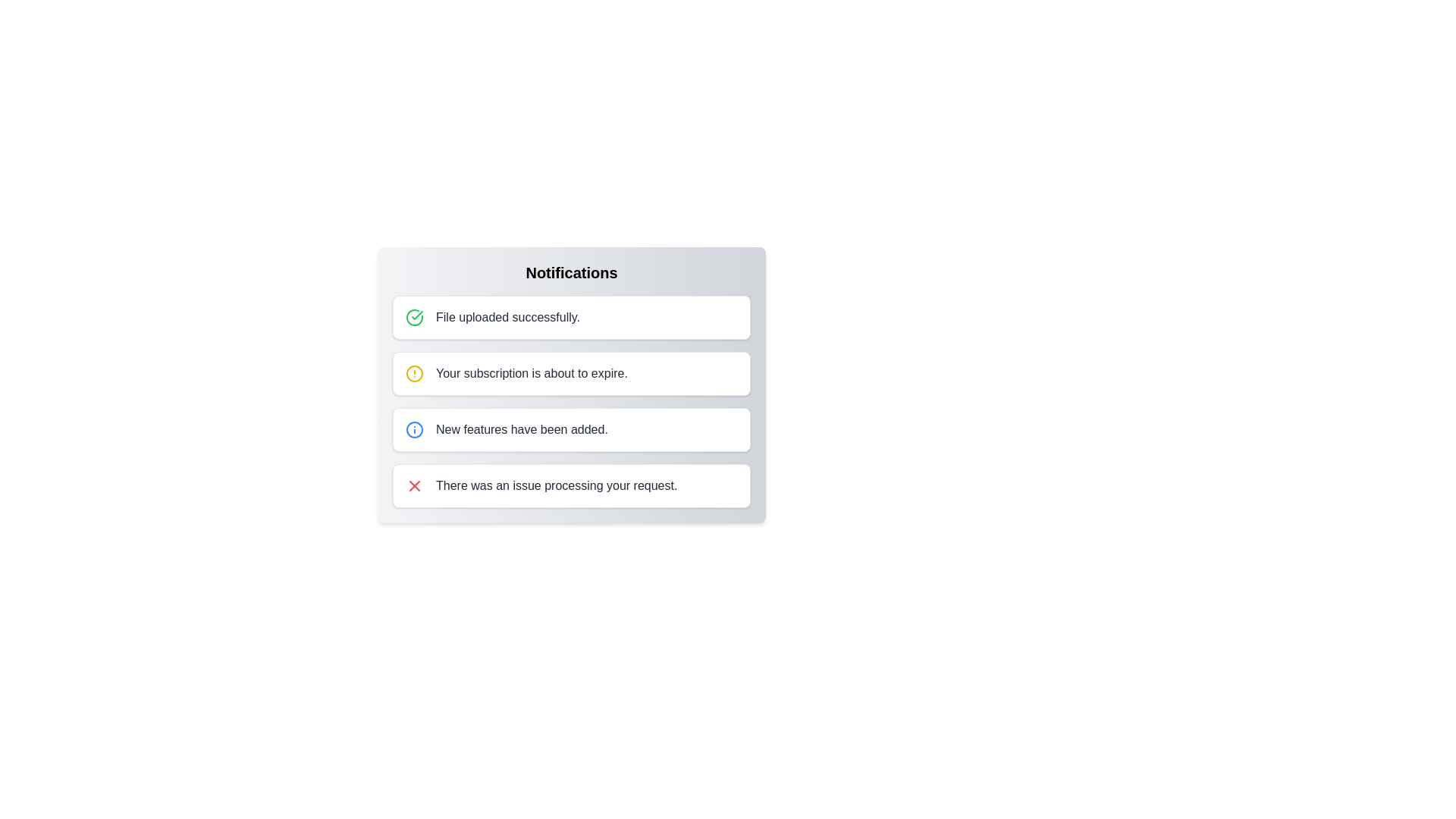  Describe the element at coordinates (415, 430) in the screenshot. I see `the blue circular icon located to the left of the text 'New features have been added' in the notification card` at that location.